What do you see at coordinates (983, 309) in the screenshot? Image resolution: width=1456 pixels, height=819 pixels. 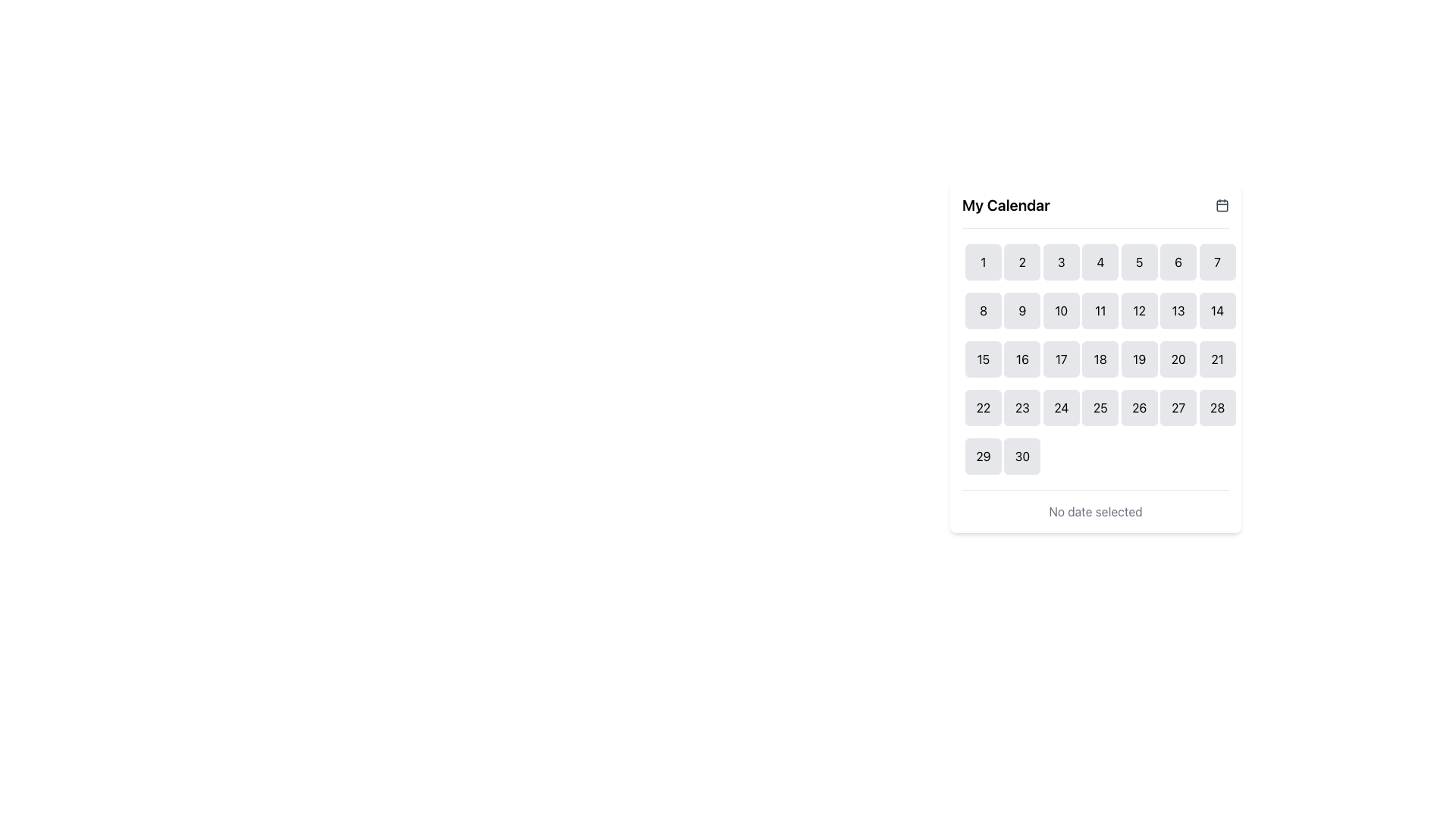 I see `the square-shaped button with rounded corners displaying the number '8' in black, located in the second row, first column of the My Calendar grid` at bounding box center [983, 309].